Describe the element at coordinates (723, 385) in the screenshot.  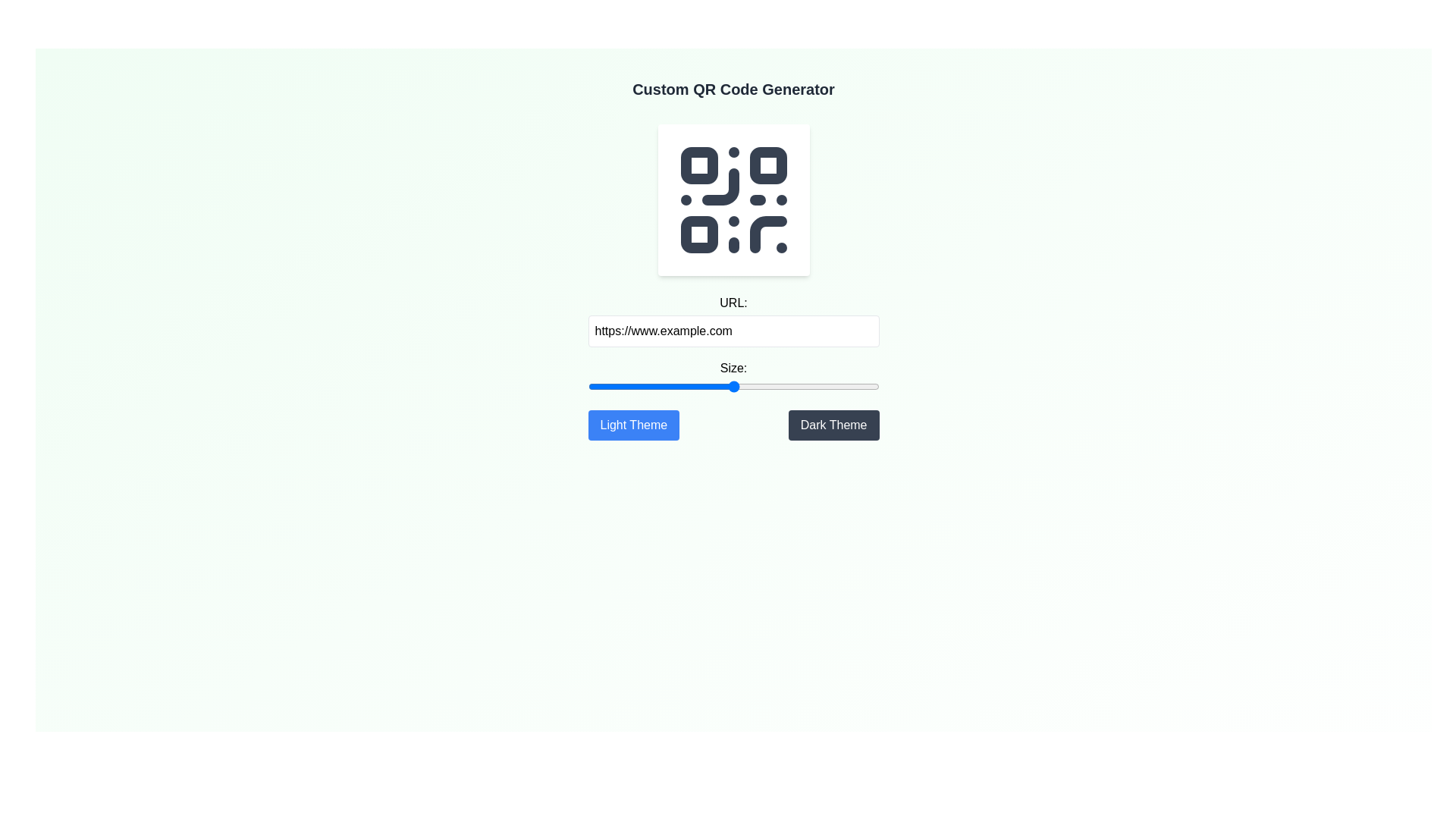
I see `the slider value` at that location.